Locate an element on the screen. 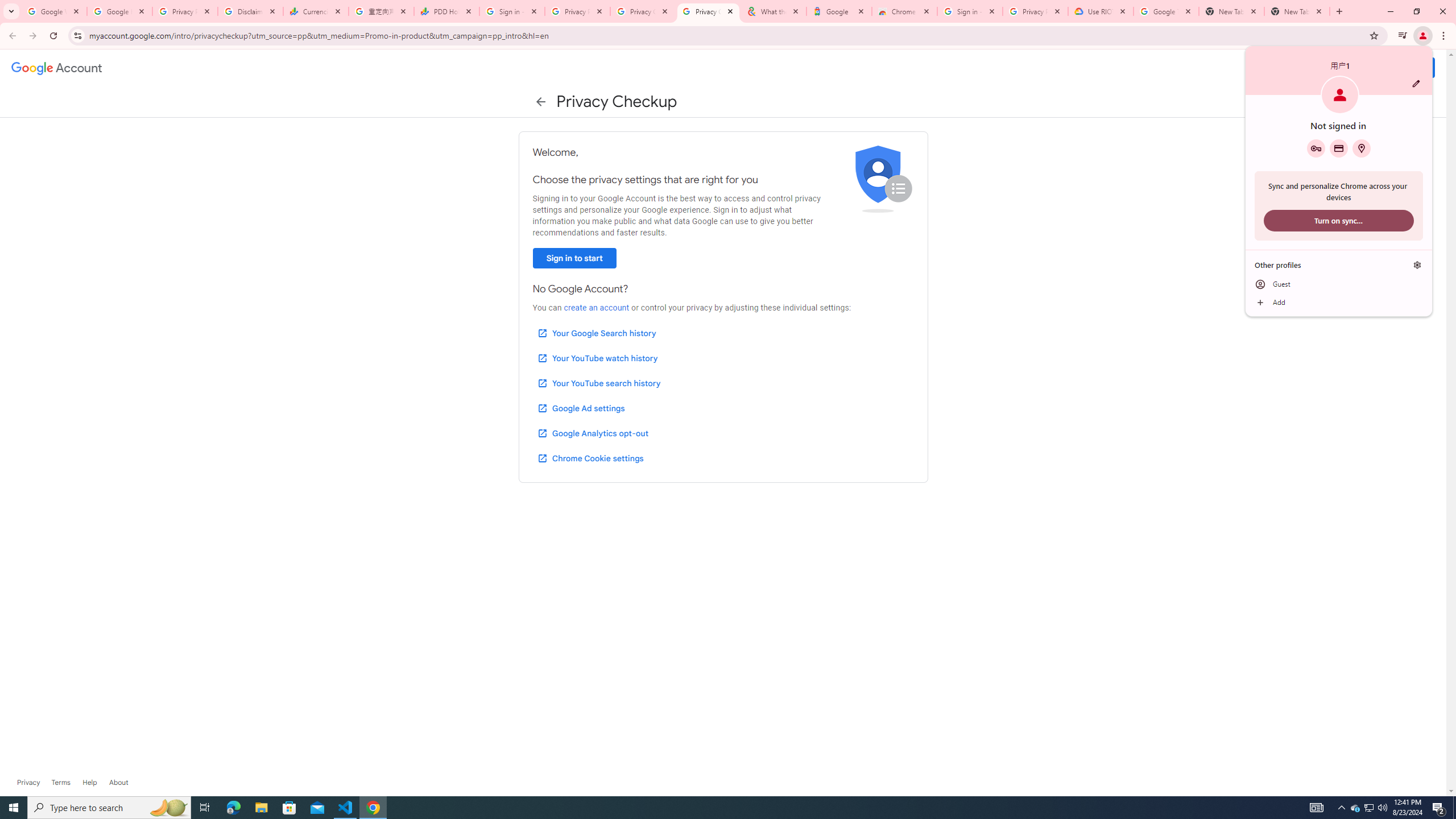 Image resolution: width=1456 pixels, height=819 pixels. 'Action Center, 2 new notifications' is located at coordinates (1439, 806).